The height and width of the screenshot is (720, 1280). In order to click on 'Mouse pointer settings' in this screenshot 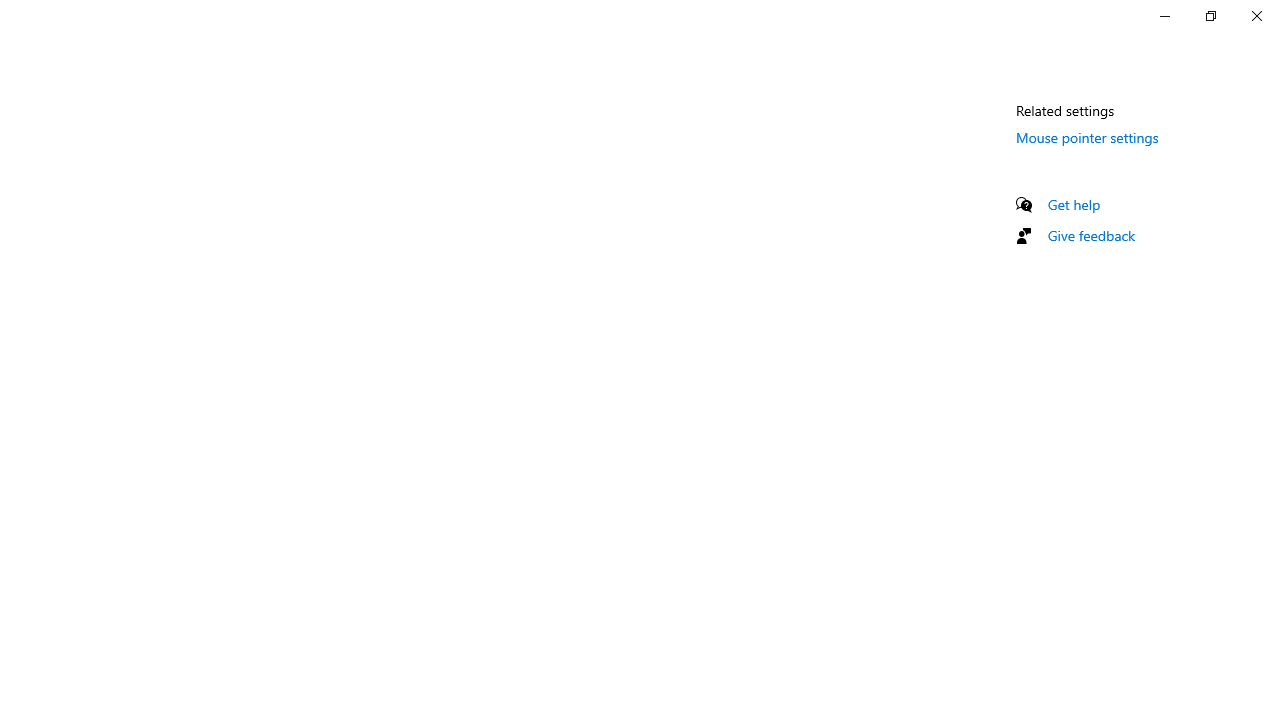, I will do `click(1086, 136)`.